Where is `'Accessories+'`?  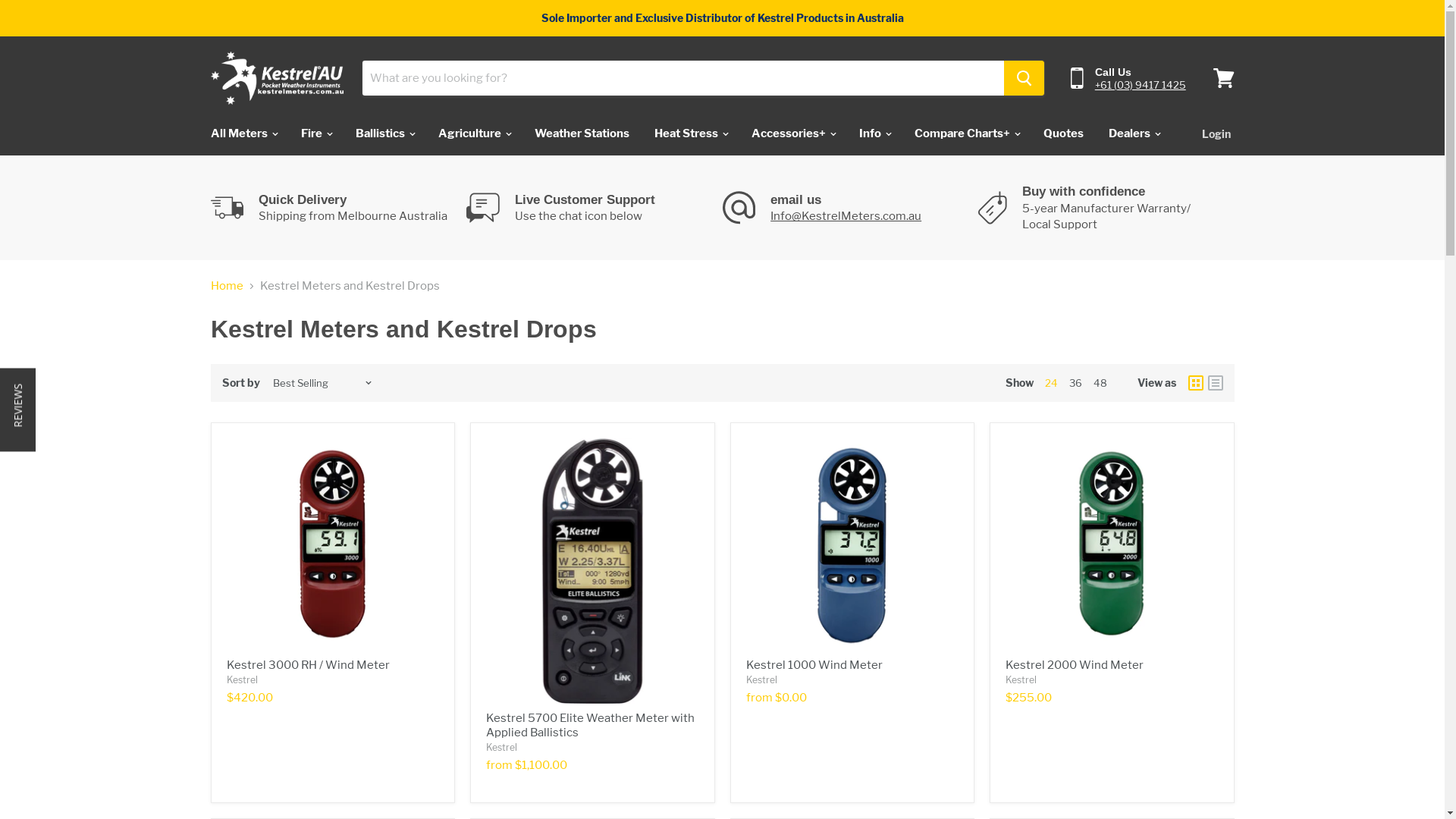
'Accessories+' is located at coordinates (792, 133).